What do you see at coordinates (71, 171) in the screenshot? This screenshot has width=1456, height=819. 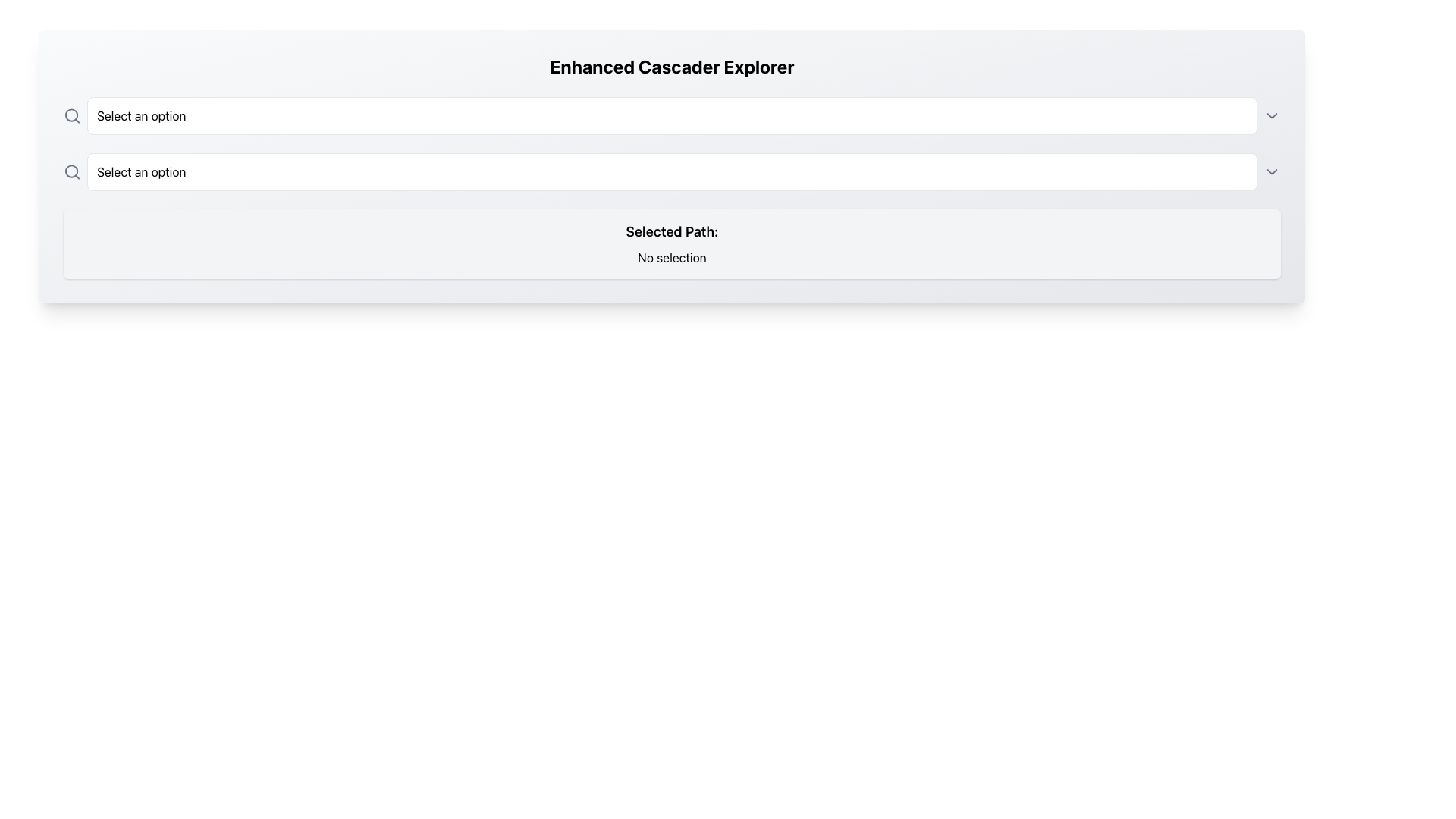 I see `the SVG Circle element that represents the search functionality, which is part of a grouped icon located on the left side of the second input field` at bounding box center [71, 171].